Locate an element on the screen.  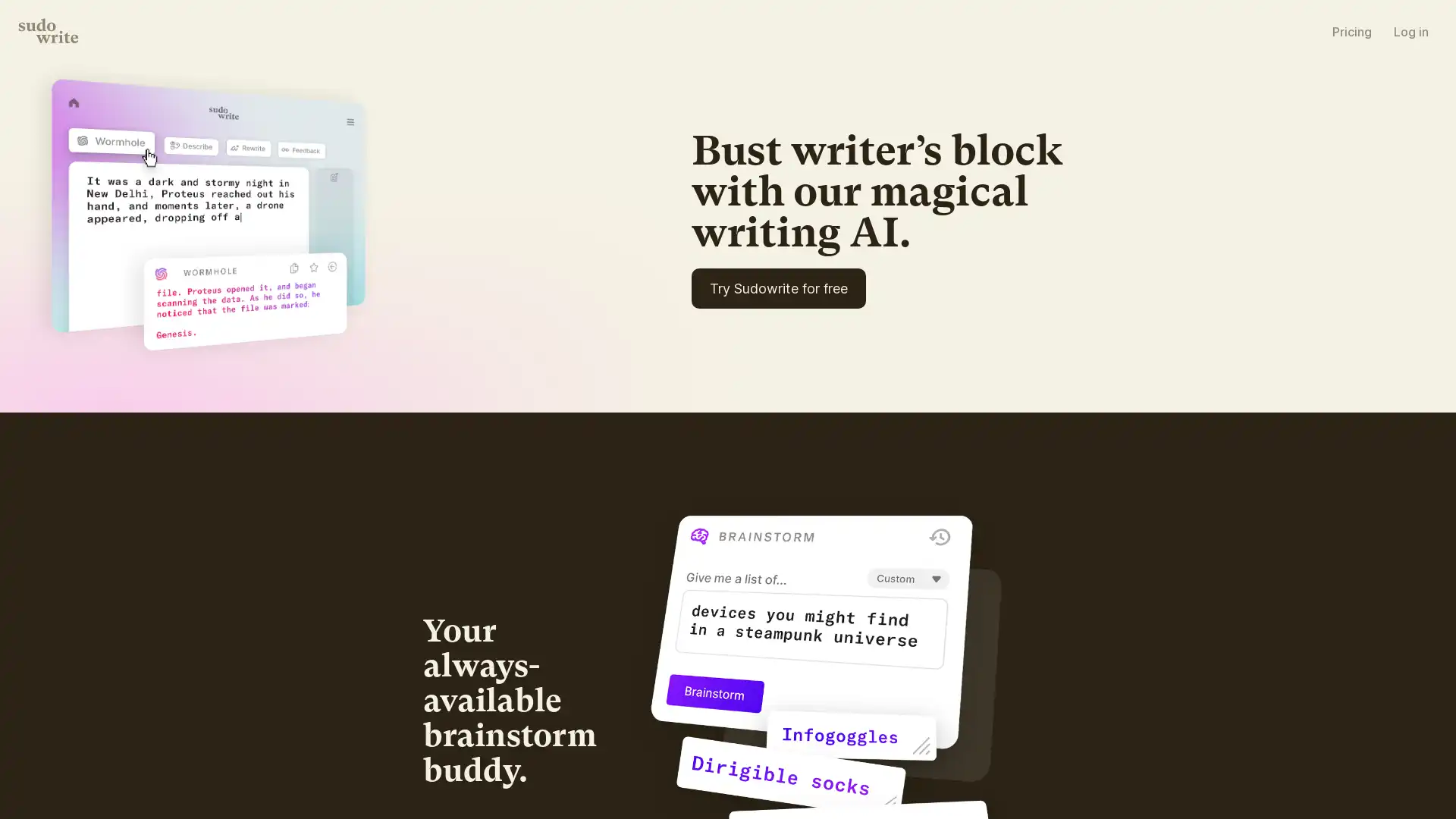
Try Sudowrite for free is located at coordinates (943, 417).